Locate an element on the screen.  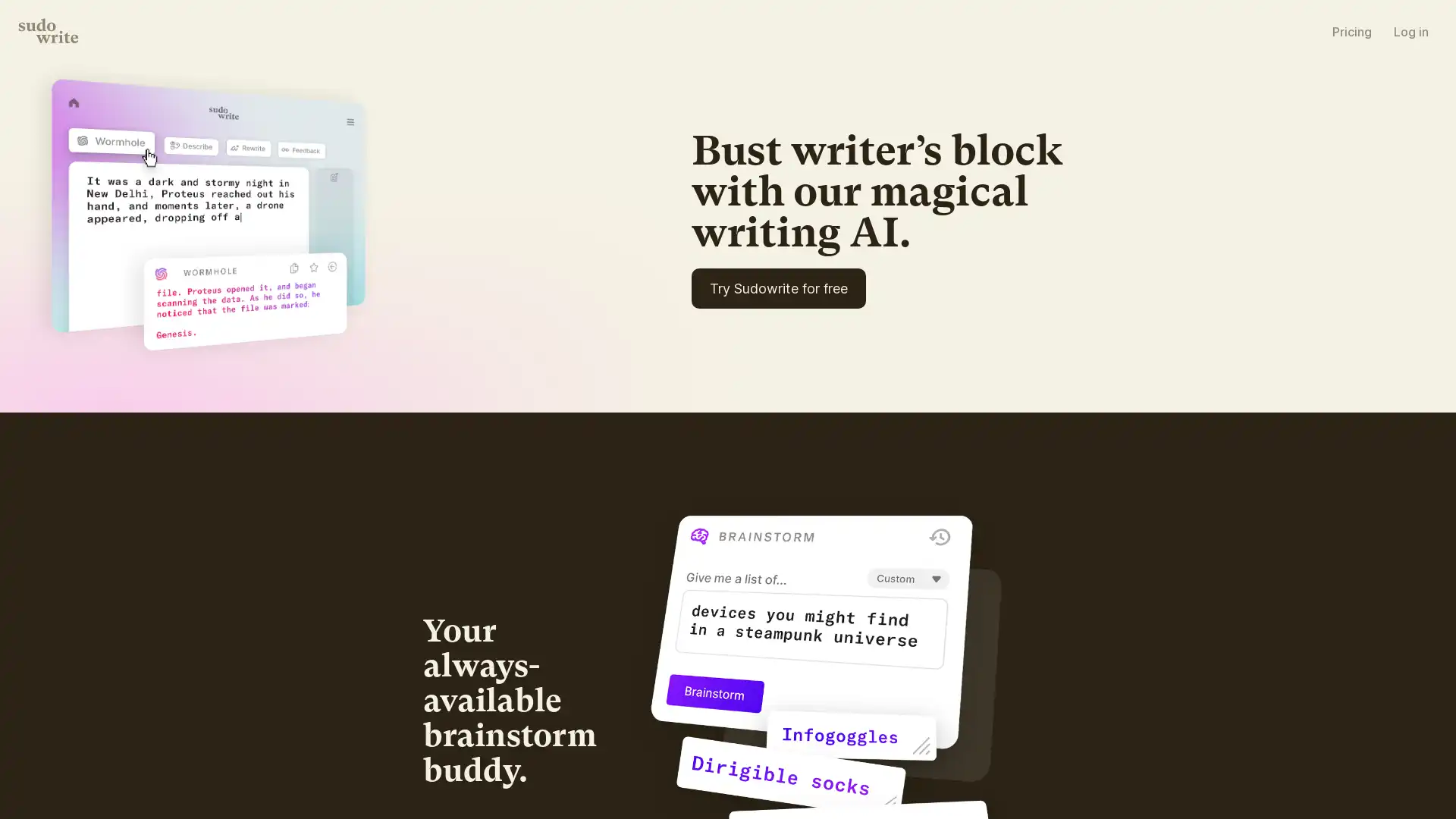
Try Sudowrite for free is located at coordinates (943, 417).